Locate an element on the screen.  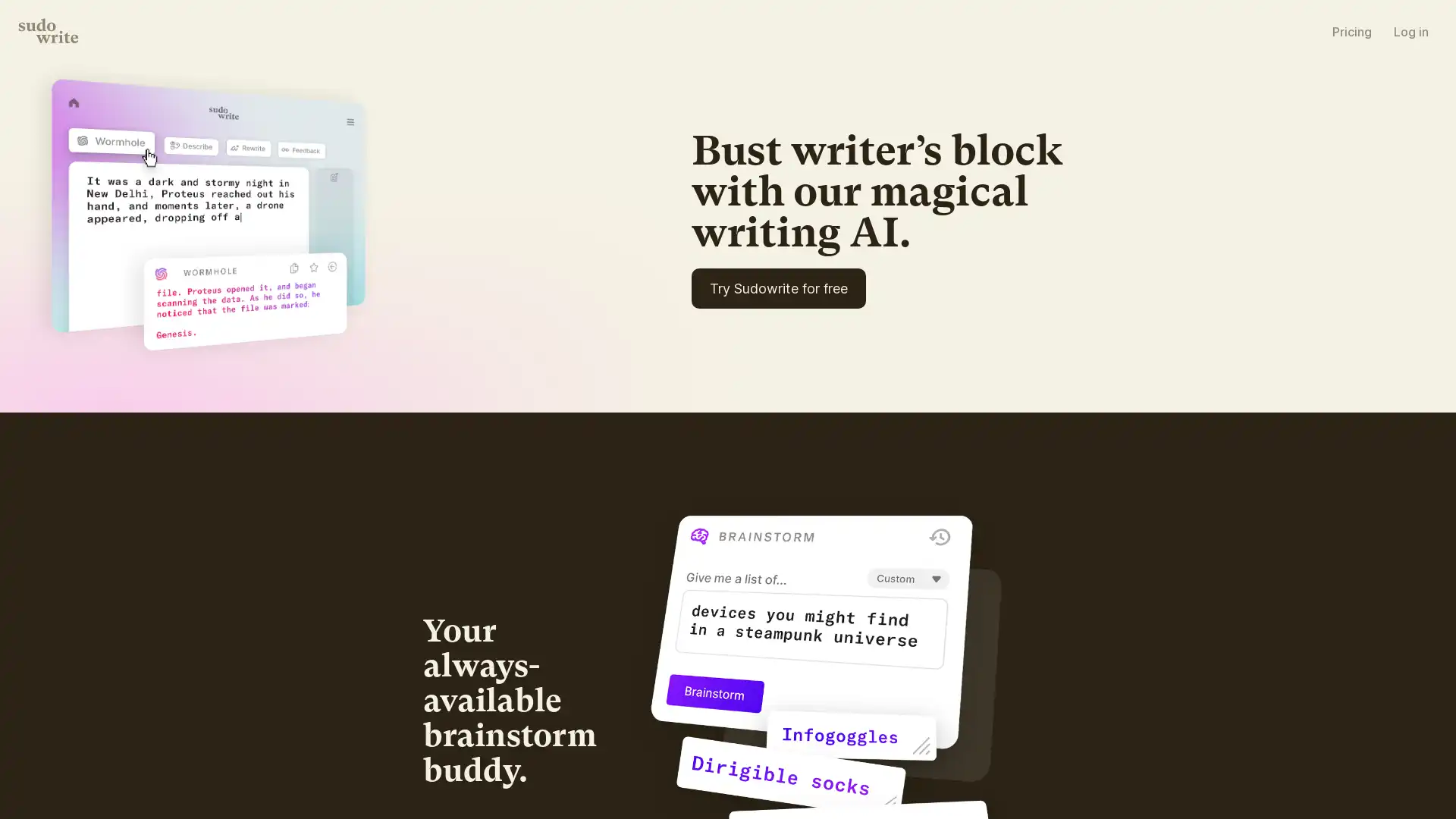
Try Sudowrite for free is located at coordinates (943, 417).